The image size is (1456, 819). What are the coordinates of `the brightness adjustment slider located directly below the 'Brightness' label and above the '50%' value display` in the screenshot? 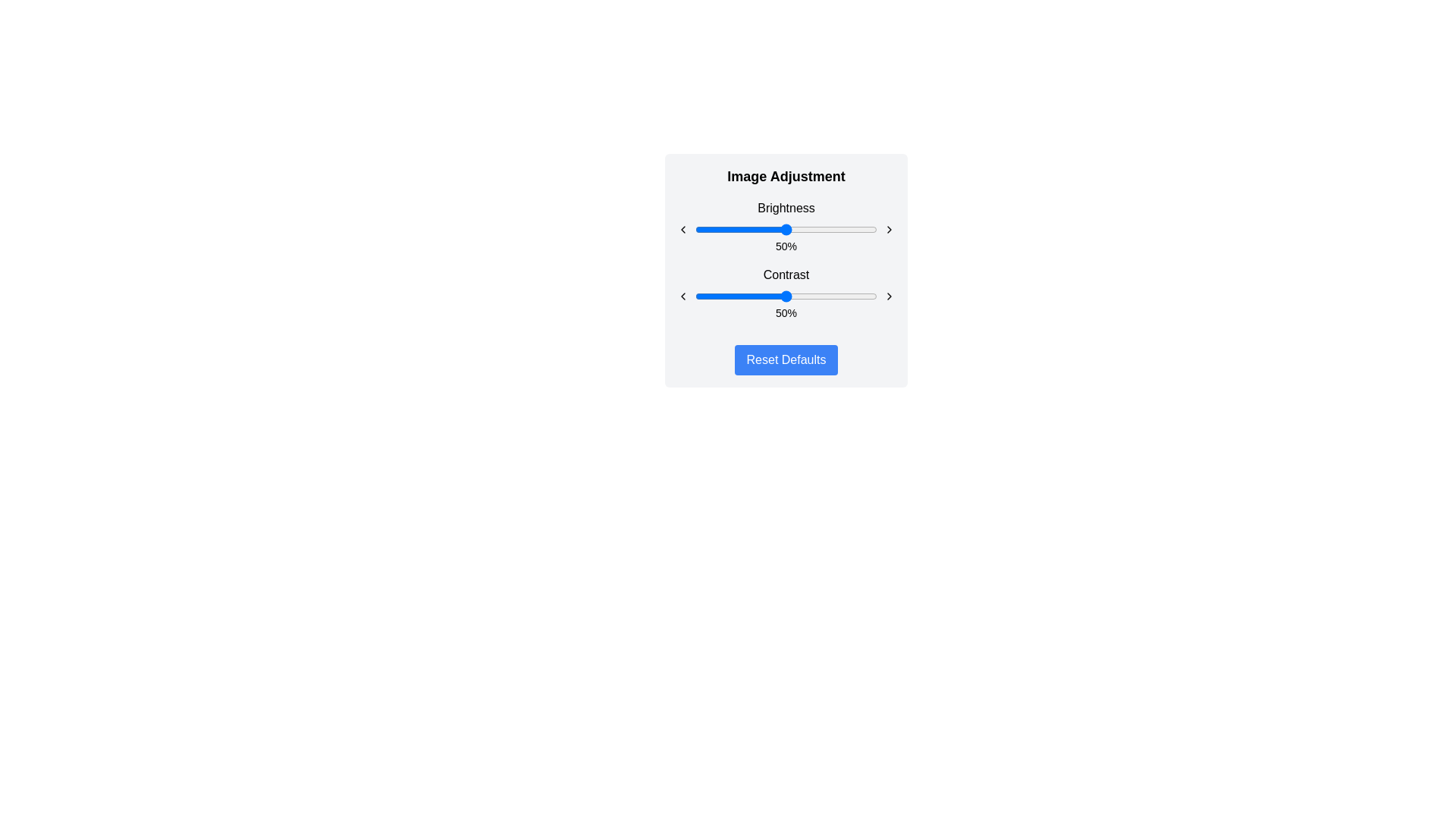 It's located at (786, 230).